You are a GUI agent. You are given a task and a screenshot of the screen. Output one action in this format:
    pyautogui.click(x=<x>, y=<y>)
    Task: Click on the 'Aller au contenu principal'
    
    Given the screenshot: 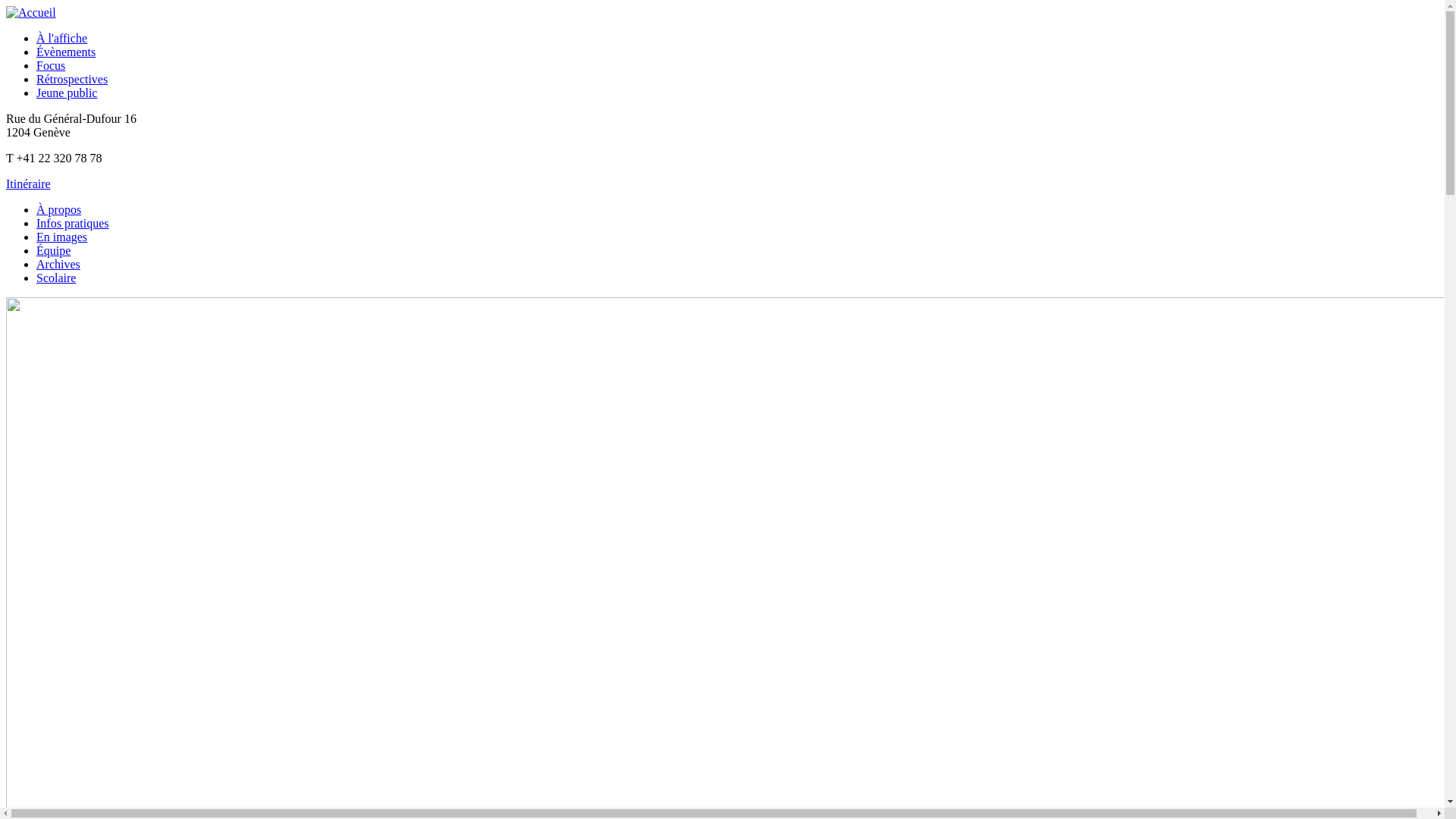 What is the action you would take?
    pyautogui.click(x=68, y=6)
    